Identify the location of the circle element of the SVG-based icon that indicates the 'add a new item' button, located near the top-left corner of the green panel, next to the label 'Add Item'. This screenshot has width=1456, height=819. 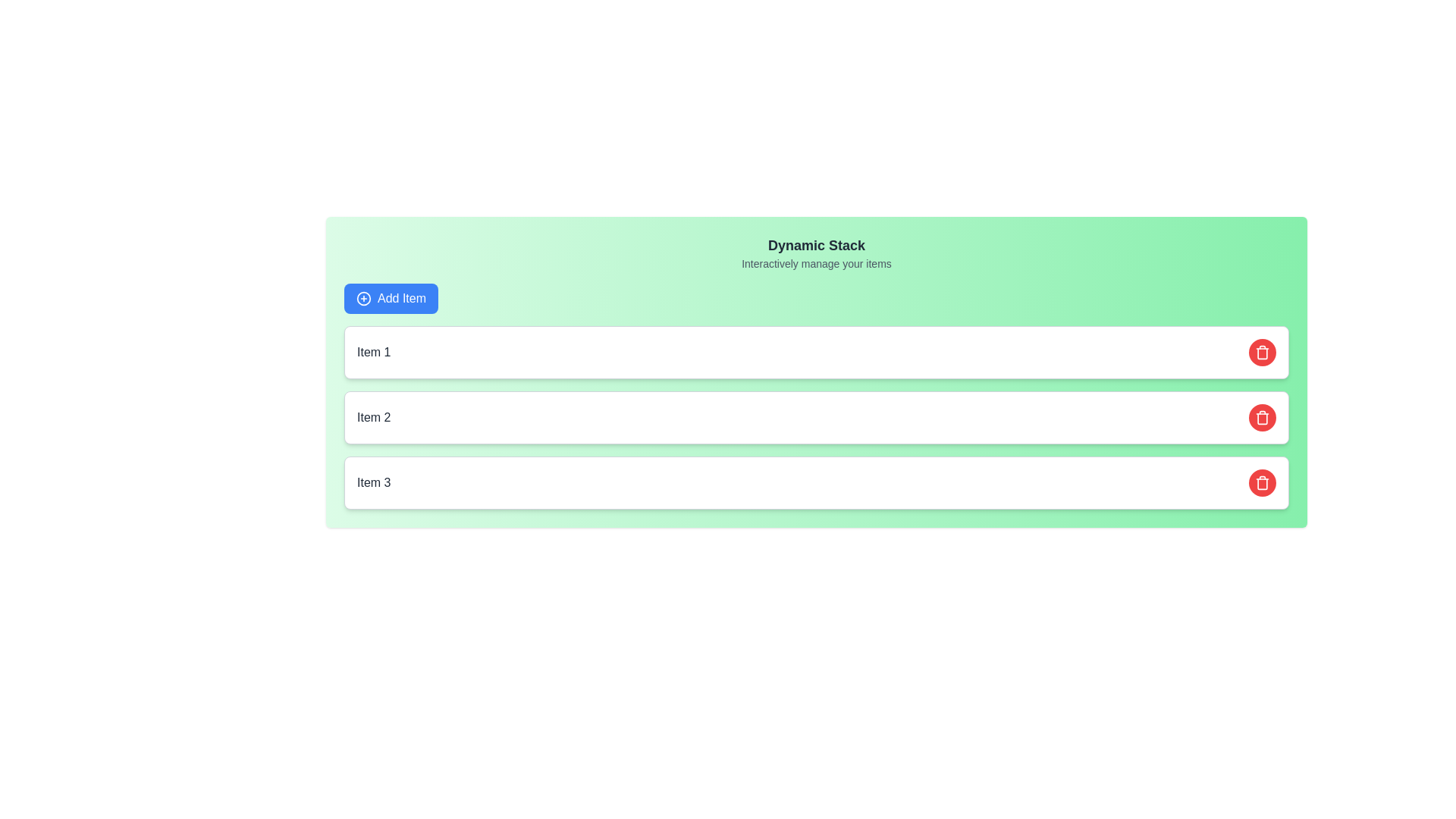
(364, 298).